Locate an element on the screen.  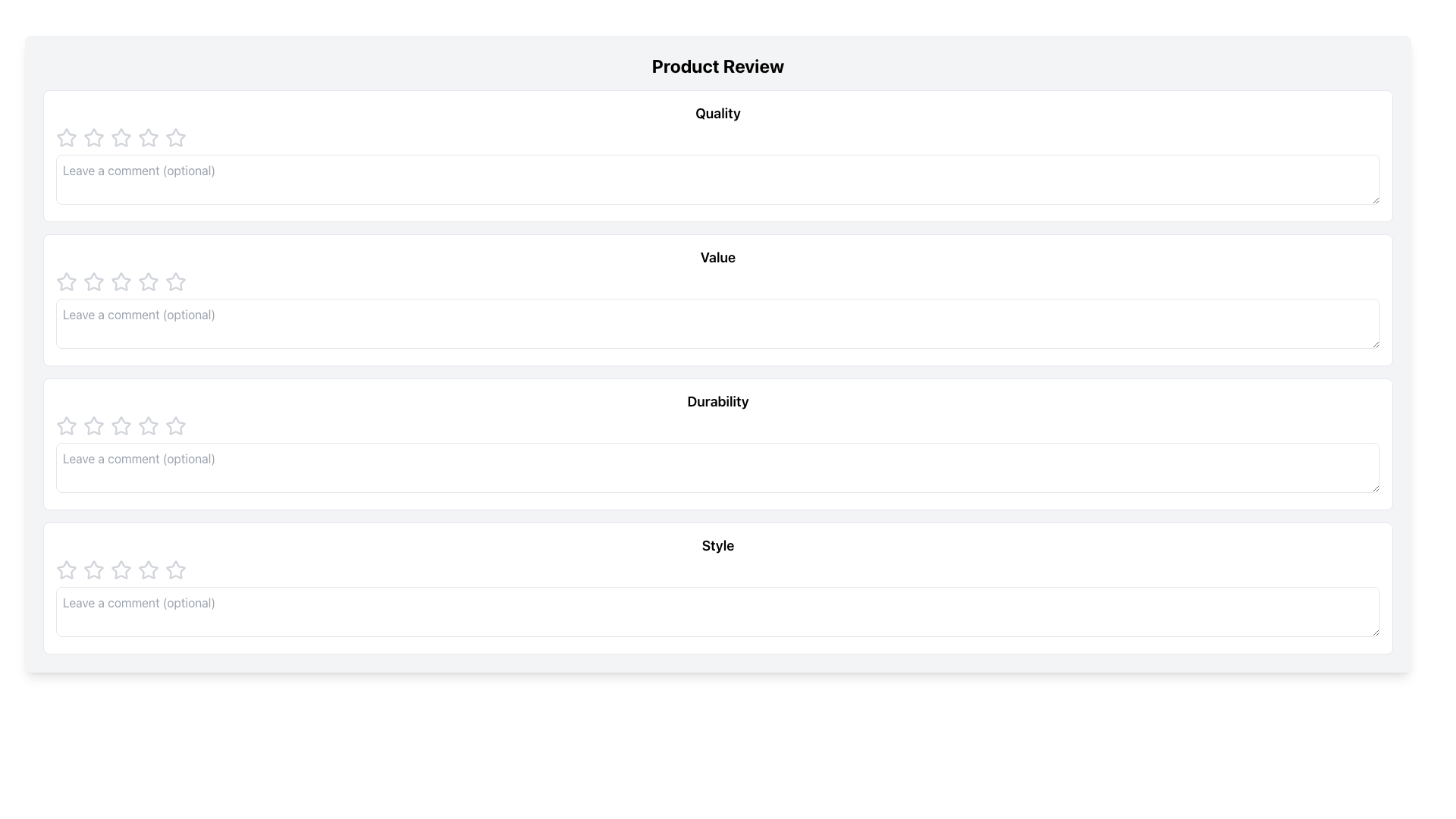
the first star in the Durability rating category is located at coordinates (93, 425).